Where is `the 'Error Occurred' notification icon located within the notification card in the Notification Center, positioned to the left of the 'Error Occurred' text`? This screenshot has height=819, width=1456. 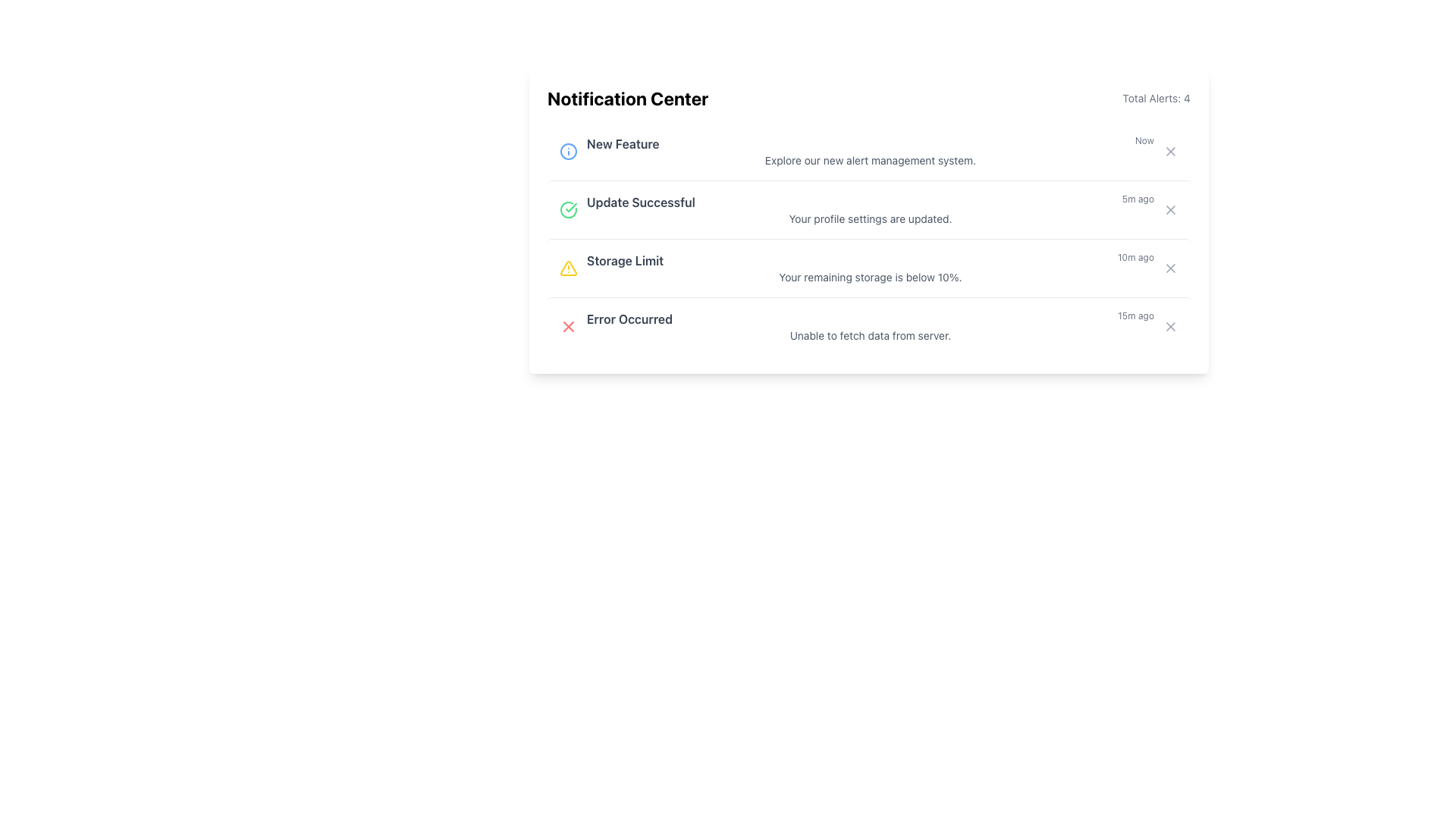 the 'Error Occurred' notification icon located within the notification card in the Notification Center, positioned to the left of the 'Error Occurred' text is located at coordinates (567, 326).